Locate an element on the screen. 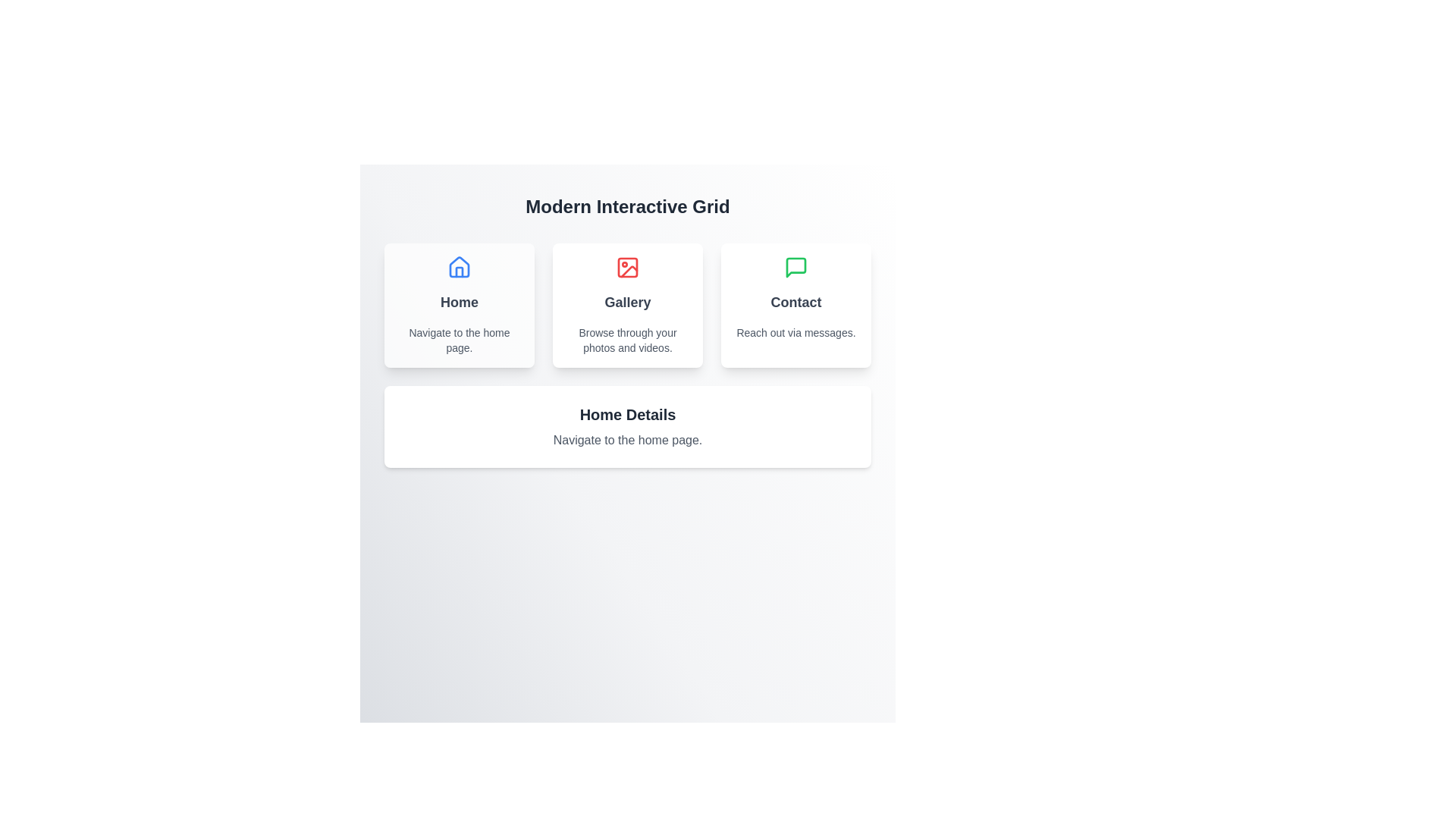  the static text element that displays 'Navigate to the home page.' in a small, gray font, located within the lower part of the 'Home' card is located at coordinates (458, 339).